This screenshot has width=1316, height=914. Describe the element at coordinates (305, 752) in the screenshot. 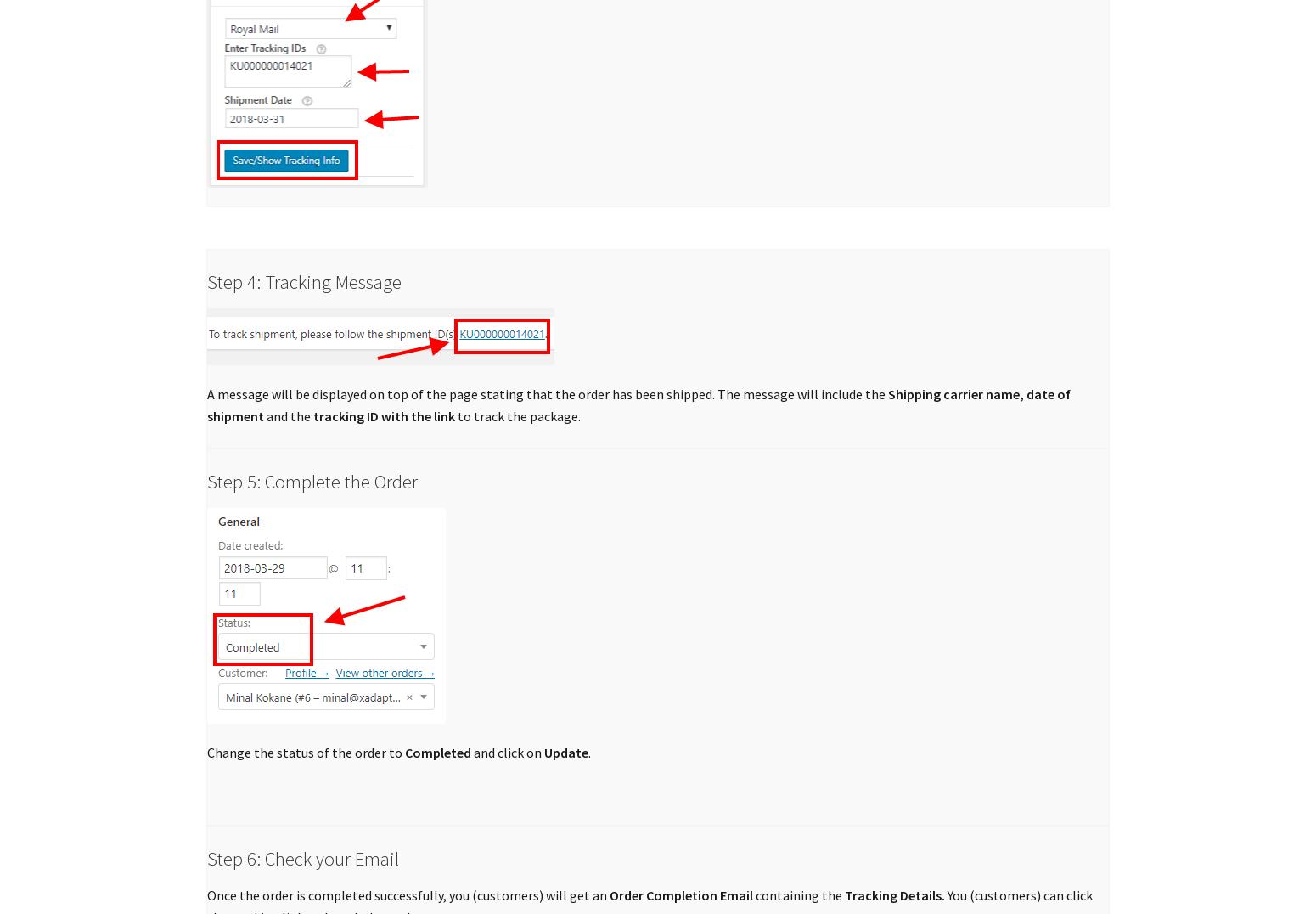

I see `'Change the status of the order to'` at that location.